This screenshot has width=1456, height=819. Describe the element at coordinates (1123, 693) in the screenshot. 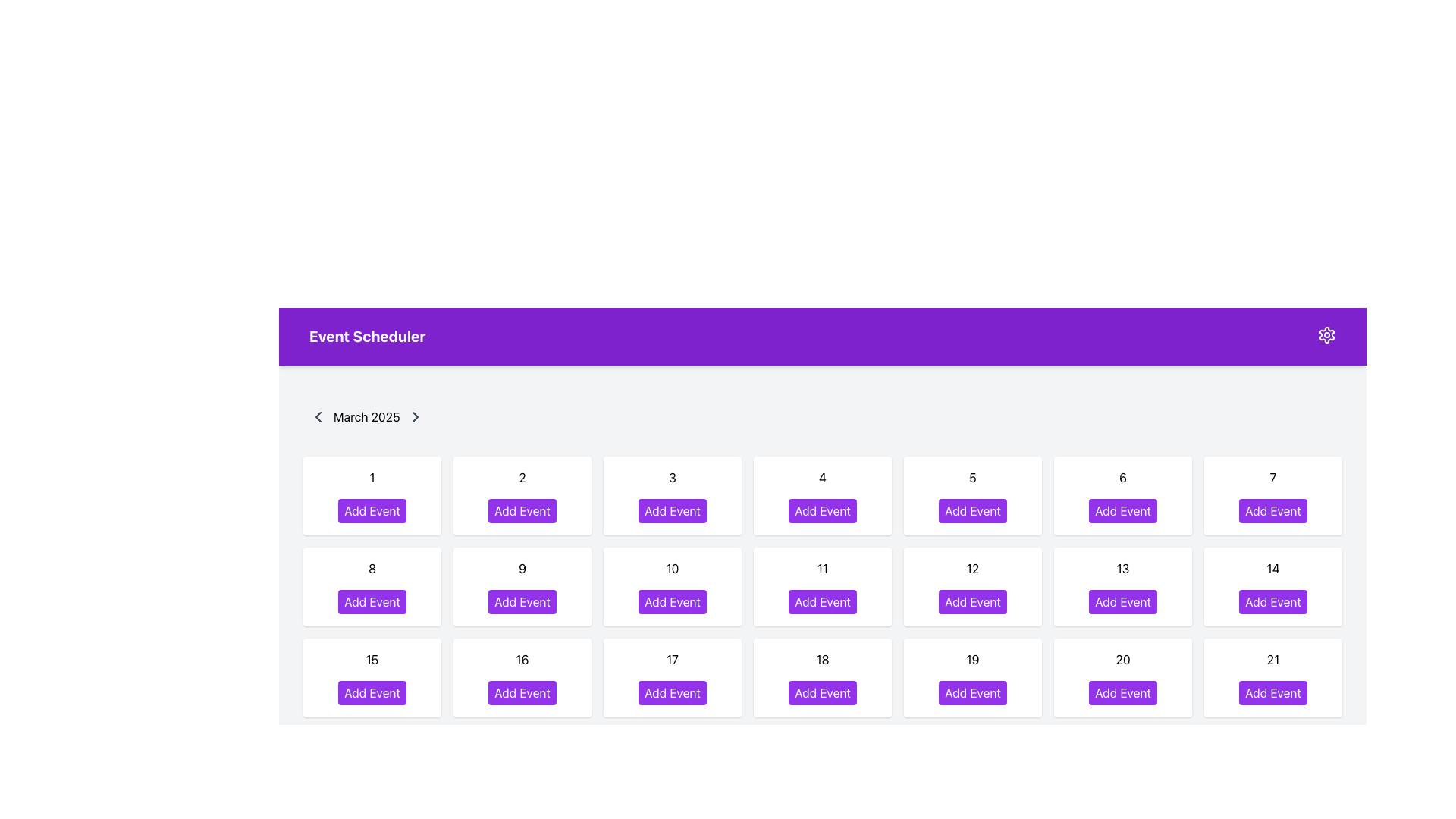

I see `the 'Add Event' button, which is a rectangular button with a vibrant purple background and white text, located in the sixth row and sixth column under 'March 2025.'` at that location.